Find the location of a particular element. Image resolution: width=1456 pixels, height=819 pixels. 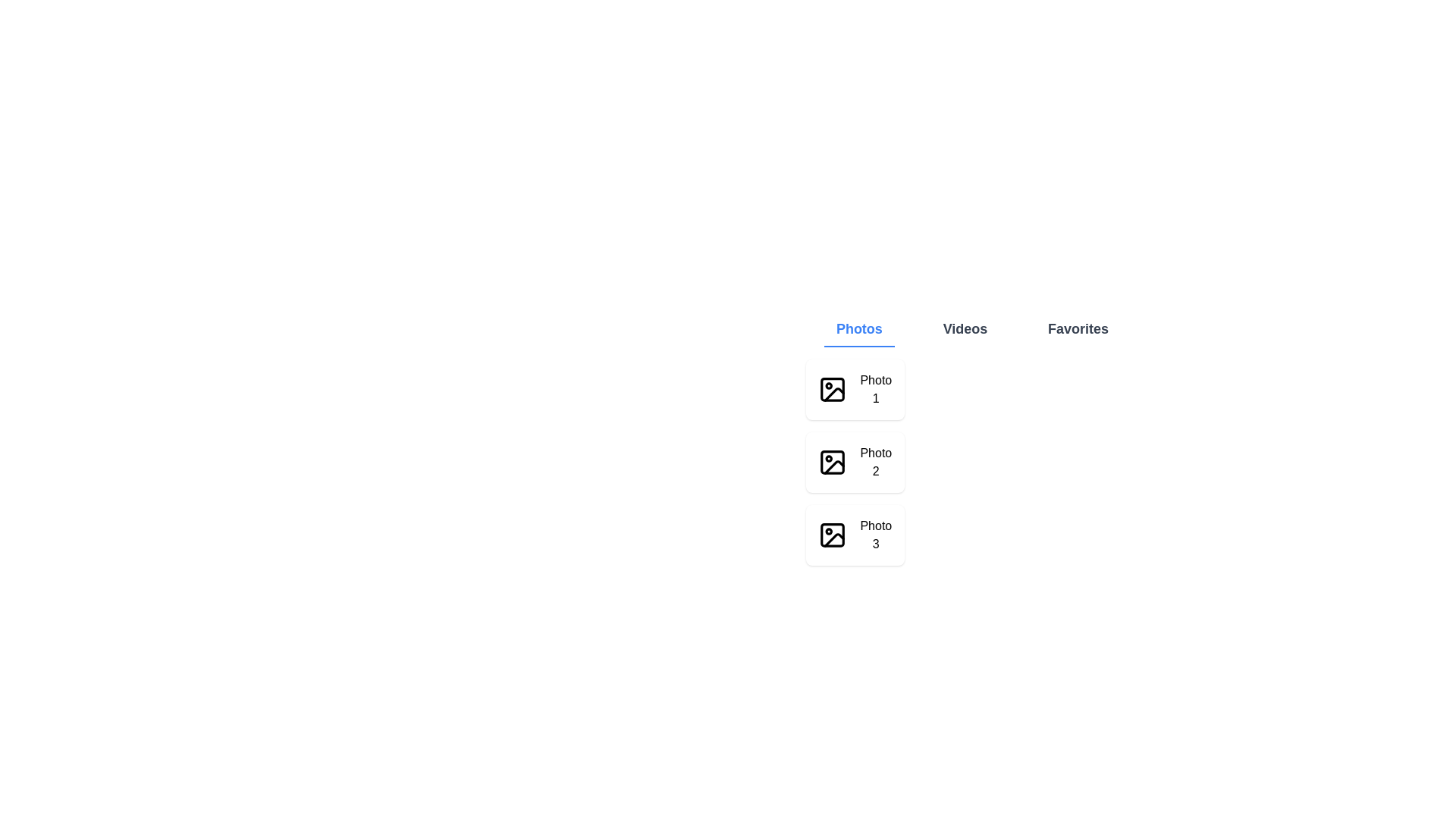

the 'Videos' navigation tab located centrally in the horizontal menu layout is located at coordinates (964, 329).